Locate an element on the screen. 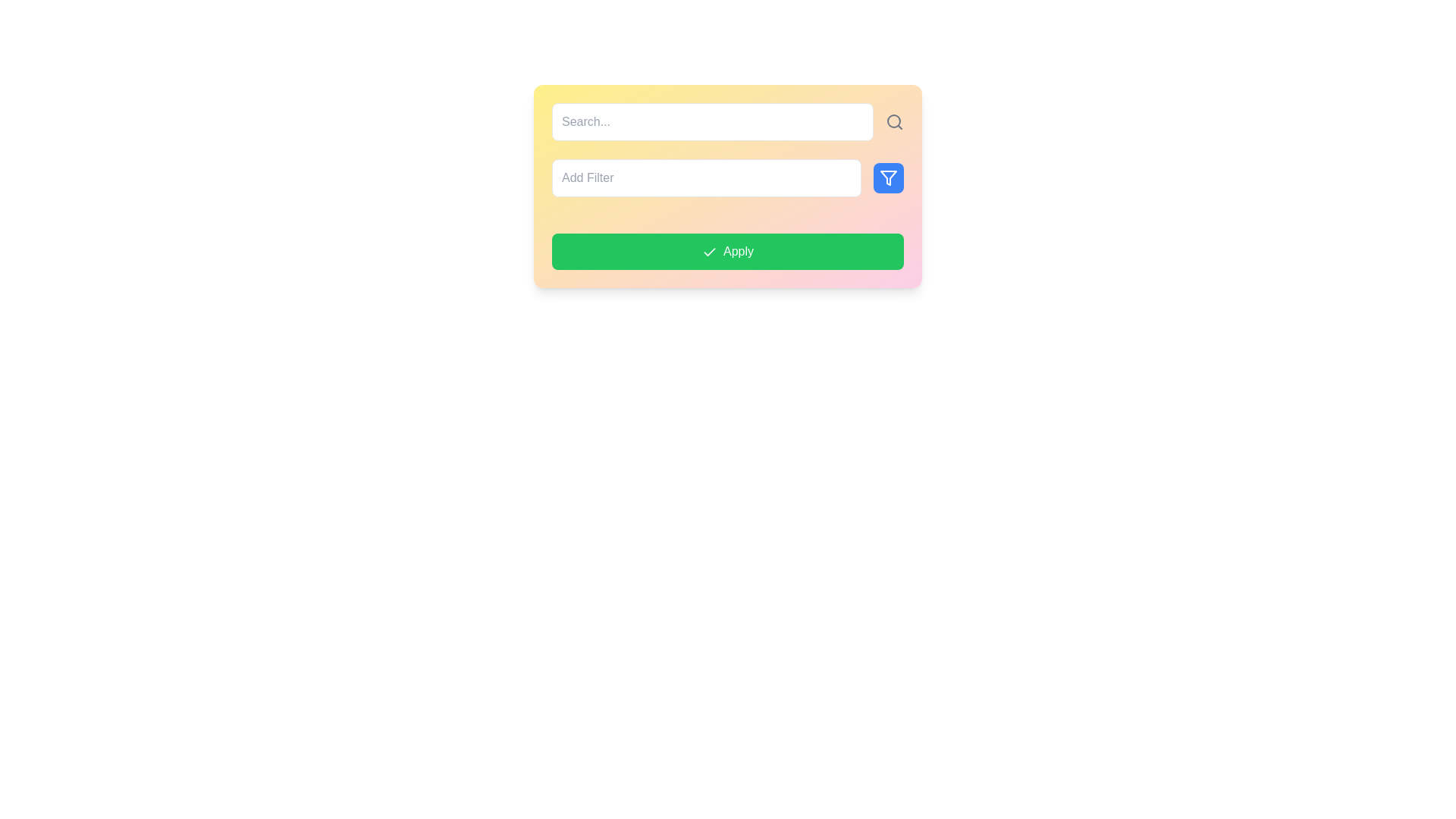 This screenshot has height=819, width=1456. the 'Apply' button, which has a vibrant green background and white text, to change its background shade is located at coordinates (728, 250).